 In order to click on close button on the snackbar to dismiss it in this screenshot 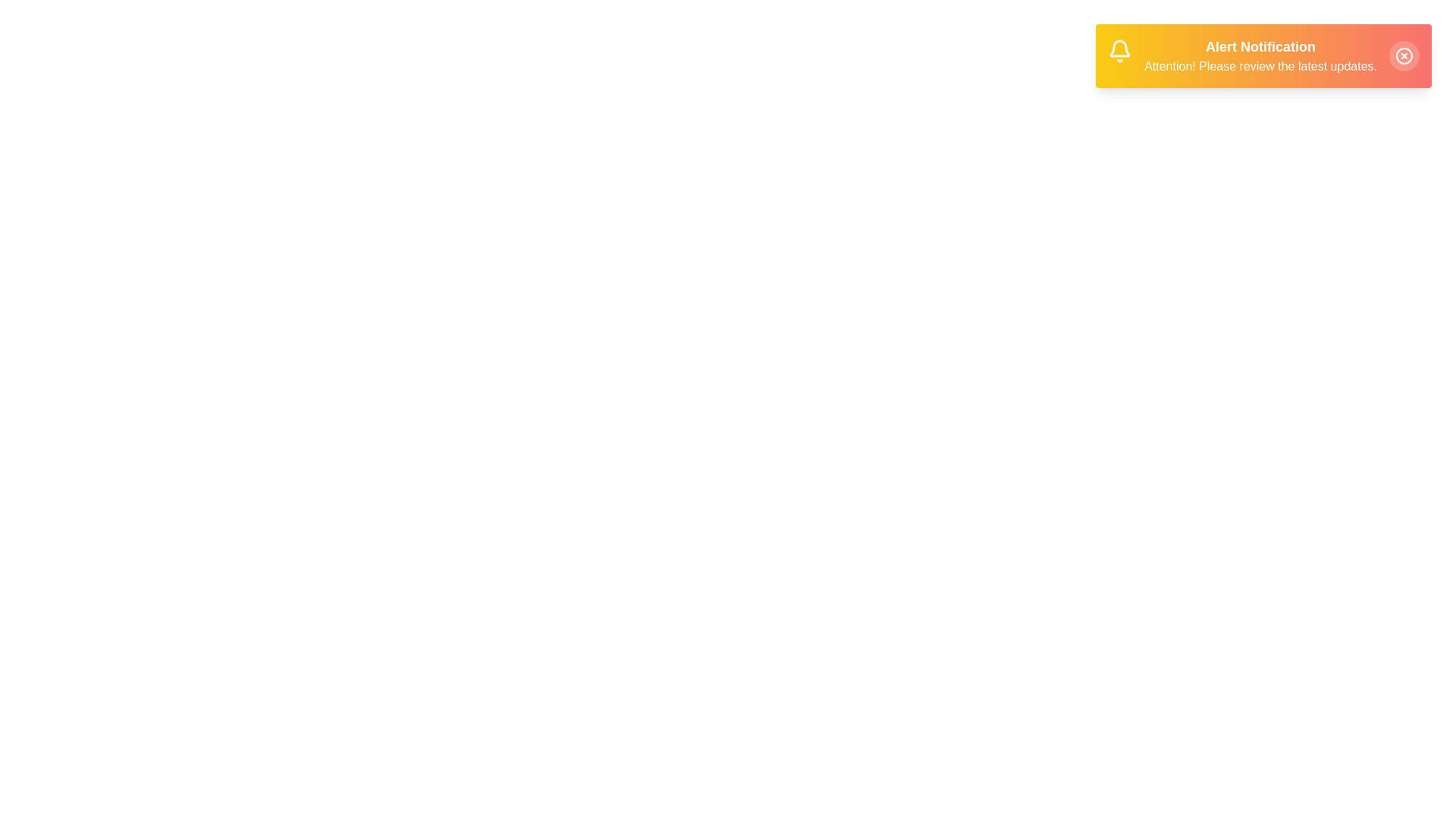, I will do `click(1404, 55)`.